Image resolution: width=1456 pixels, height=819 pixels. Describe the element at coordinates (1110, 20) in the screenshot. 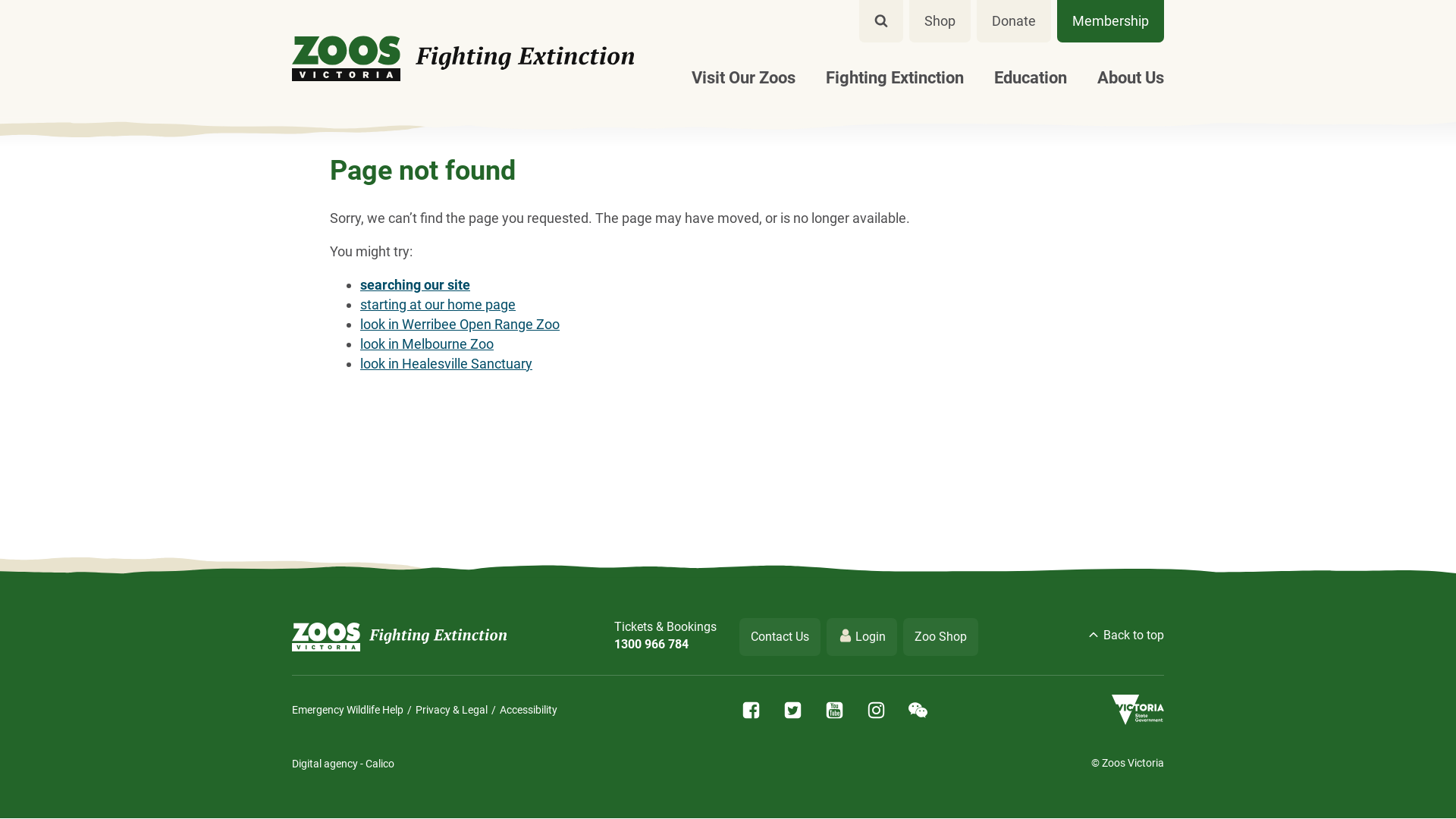

I see `'Membership'` at that location.